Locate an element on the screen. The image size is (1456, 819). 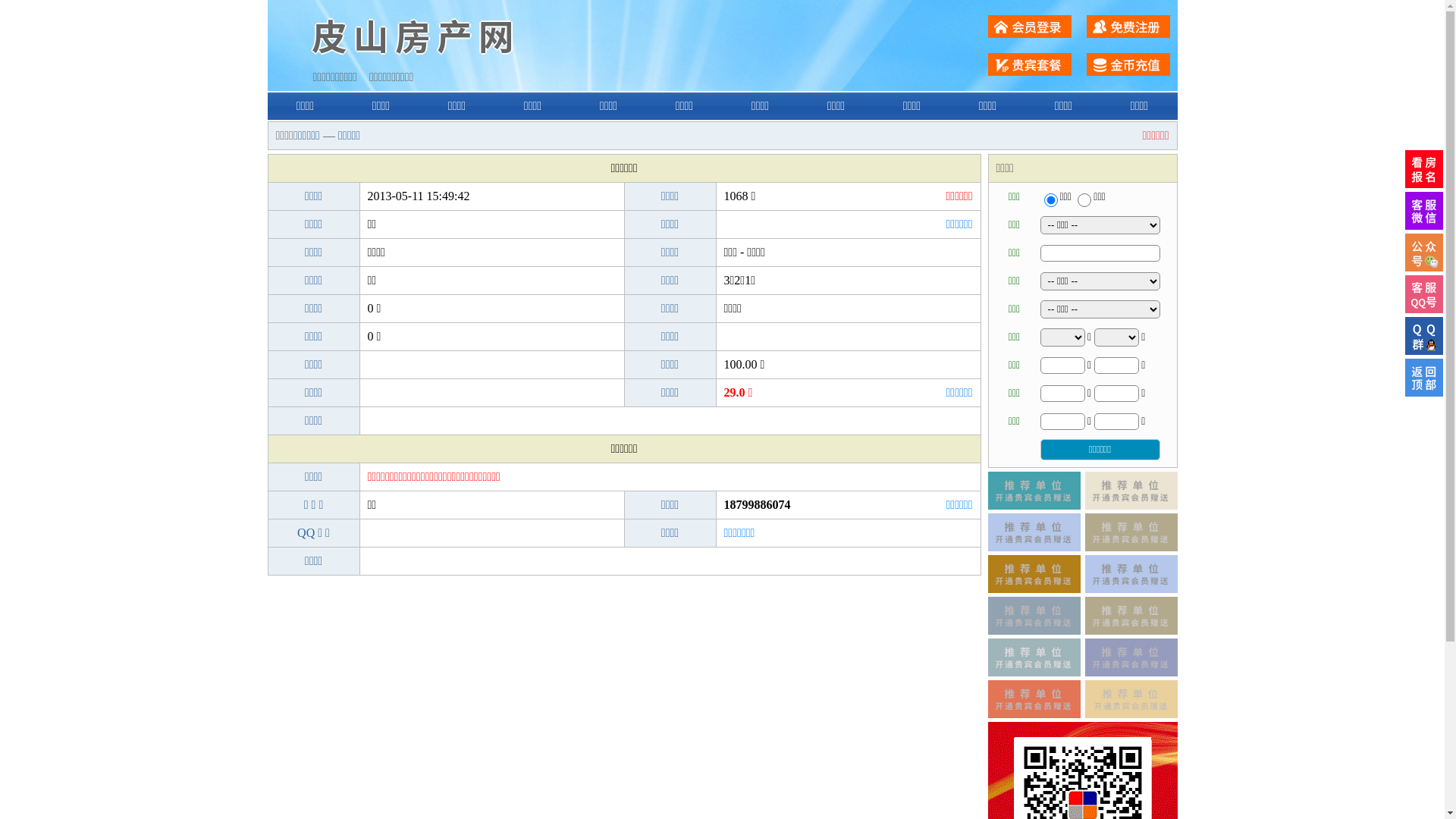
'chuzu' is located at coordinates (1084, 199).